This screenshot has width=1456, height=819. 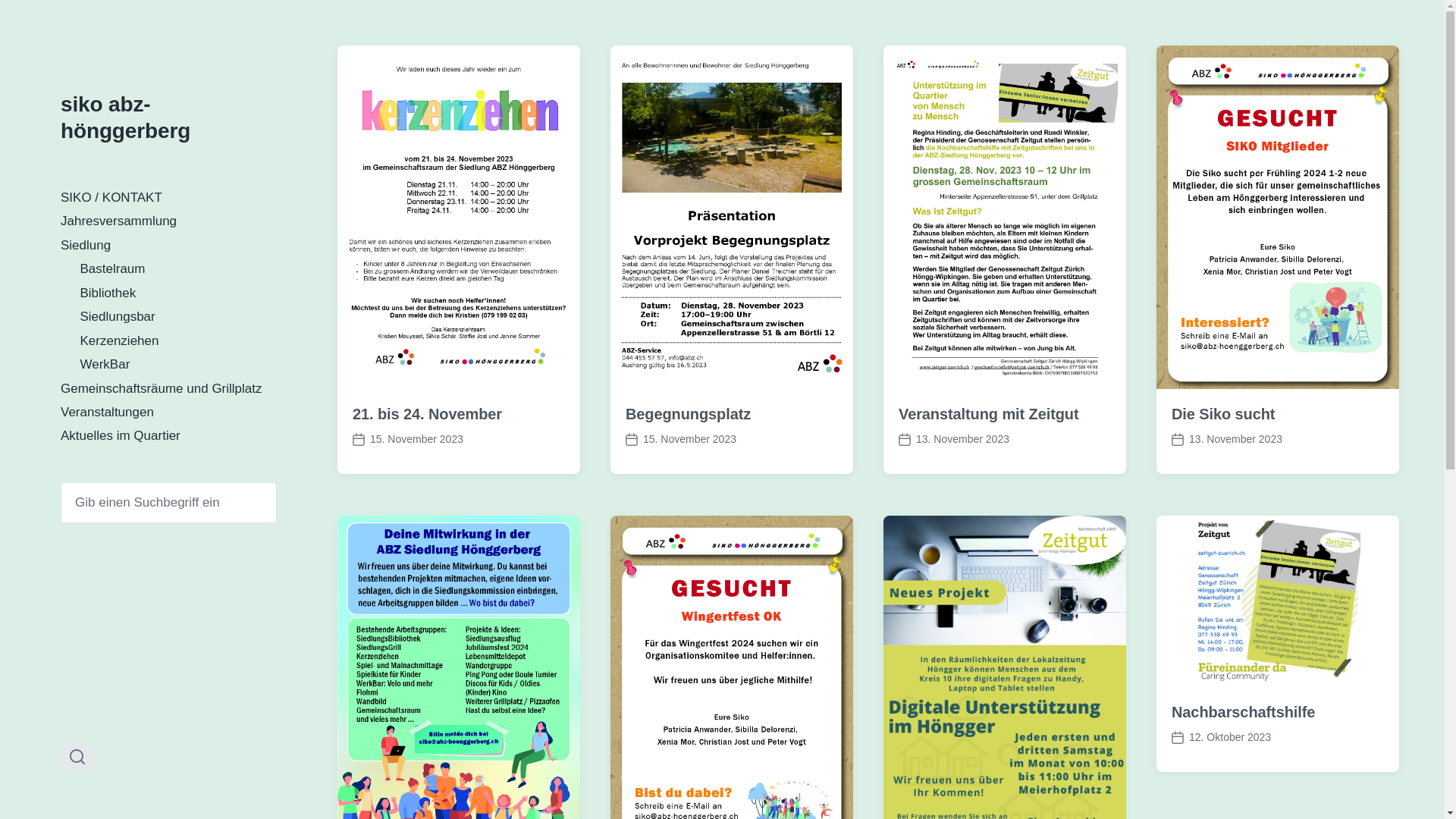 What do you see at coordinates (111, 268) in the screenshot?
I see `'Bastelraum'` at bounding box center [111, 268].